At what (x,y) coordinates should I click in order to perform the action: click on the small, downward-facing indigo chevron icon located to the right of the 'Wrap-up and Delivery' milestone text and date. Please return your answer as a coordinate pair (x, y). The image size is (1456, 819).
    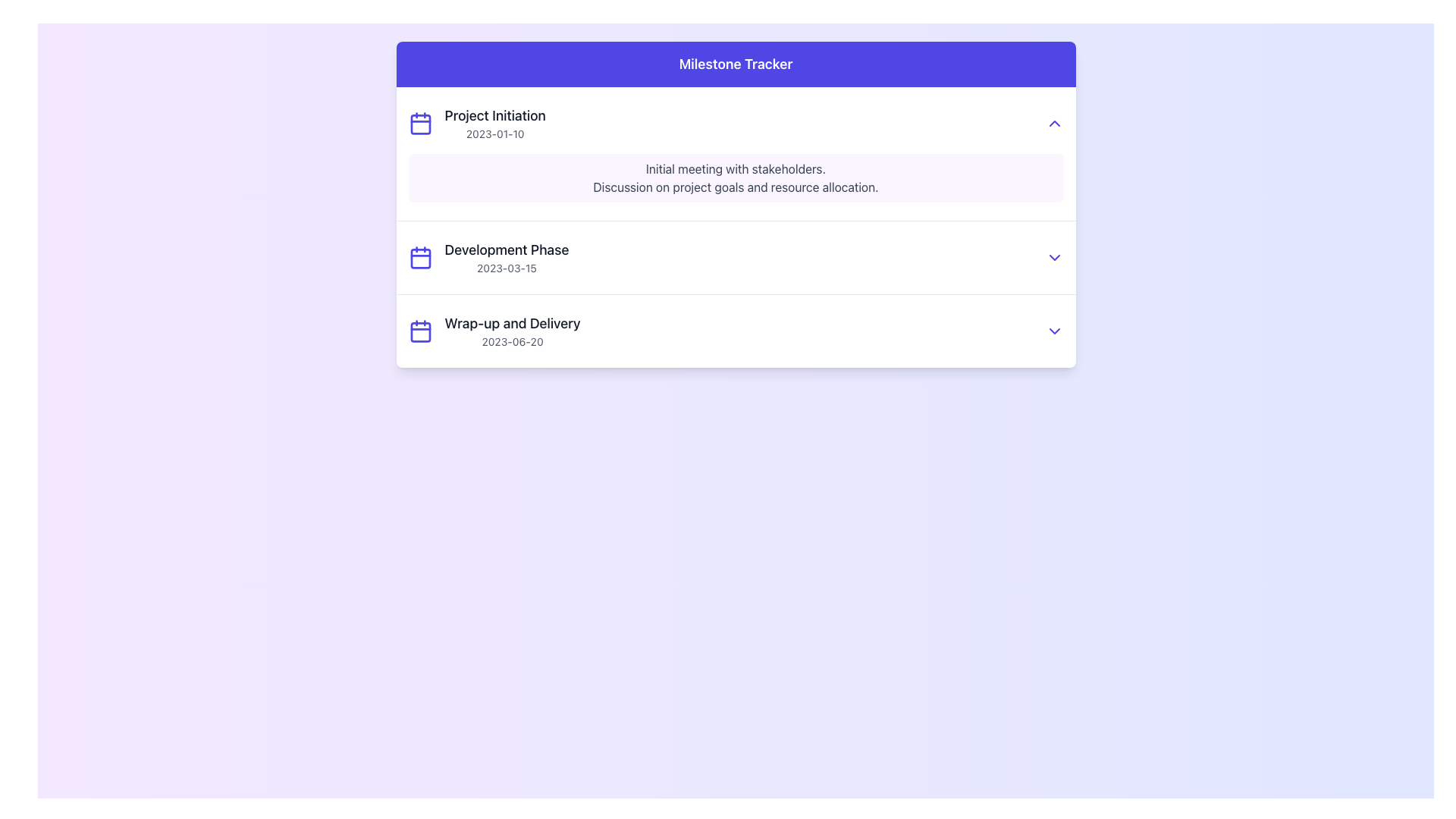
    Looking at the image, I should click on (1053, 330).